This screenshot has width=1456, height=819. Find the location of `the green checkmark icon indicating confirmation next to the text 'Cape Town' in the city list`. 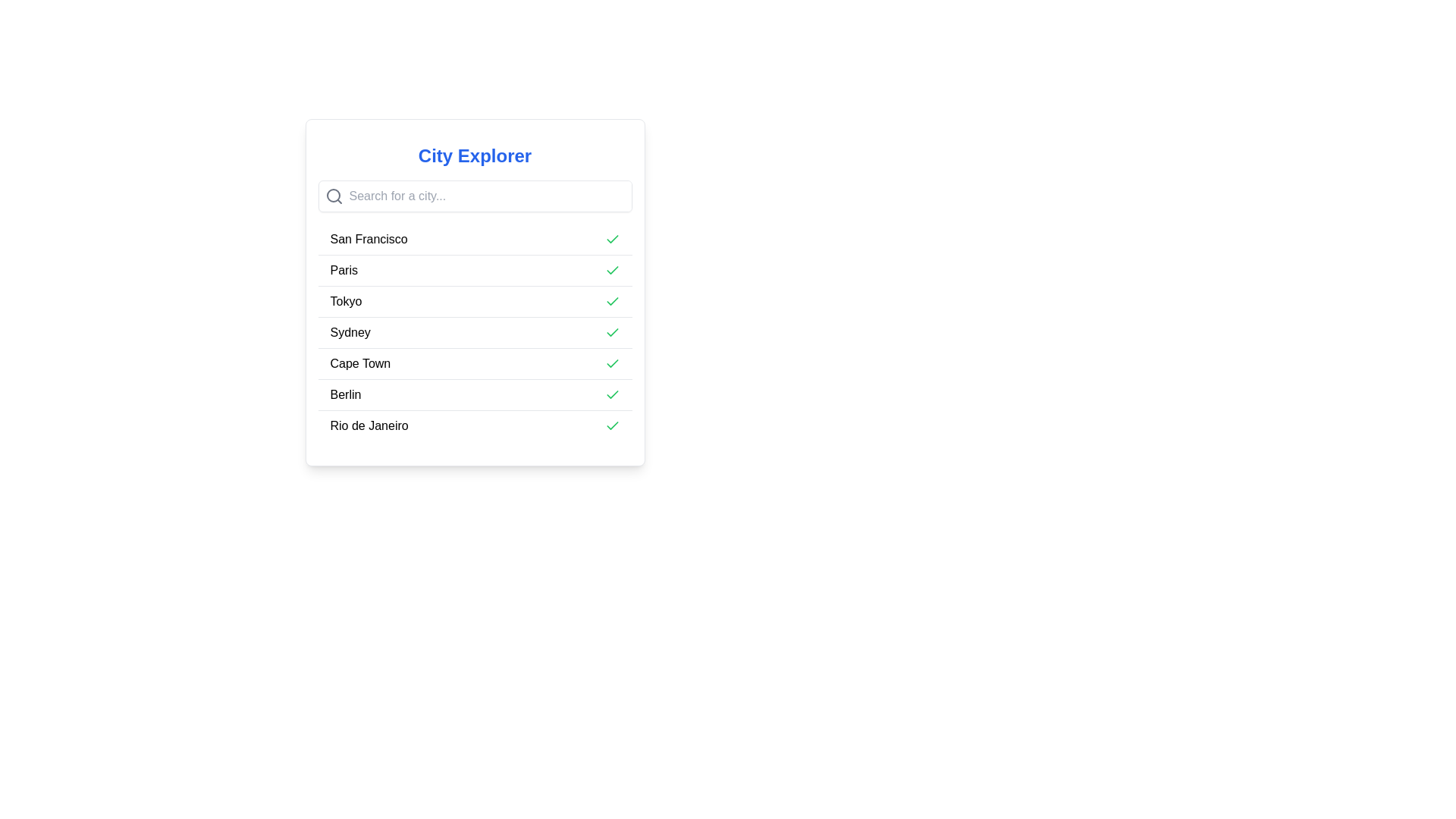

the green checkmark icon indicating confirmation next to the text 'Cape Town' in the city list is located at coordinates (612, 363).